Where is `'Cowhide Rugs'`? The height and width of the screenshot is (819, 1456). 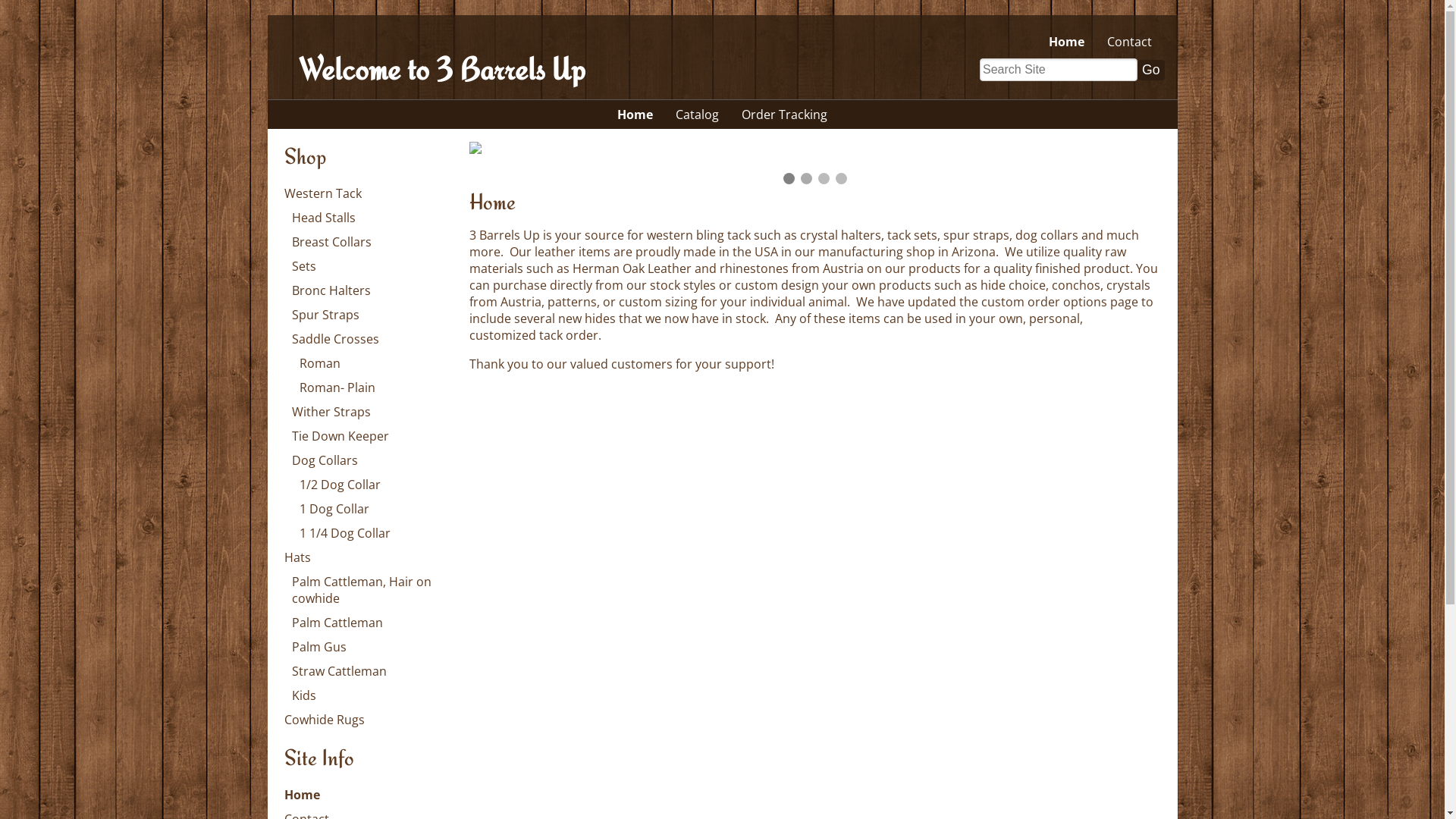
'Cowhide Rugs' is located at coordinates (323, 718).